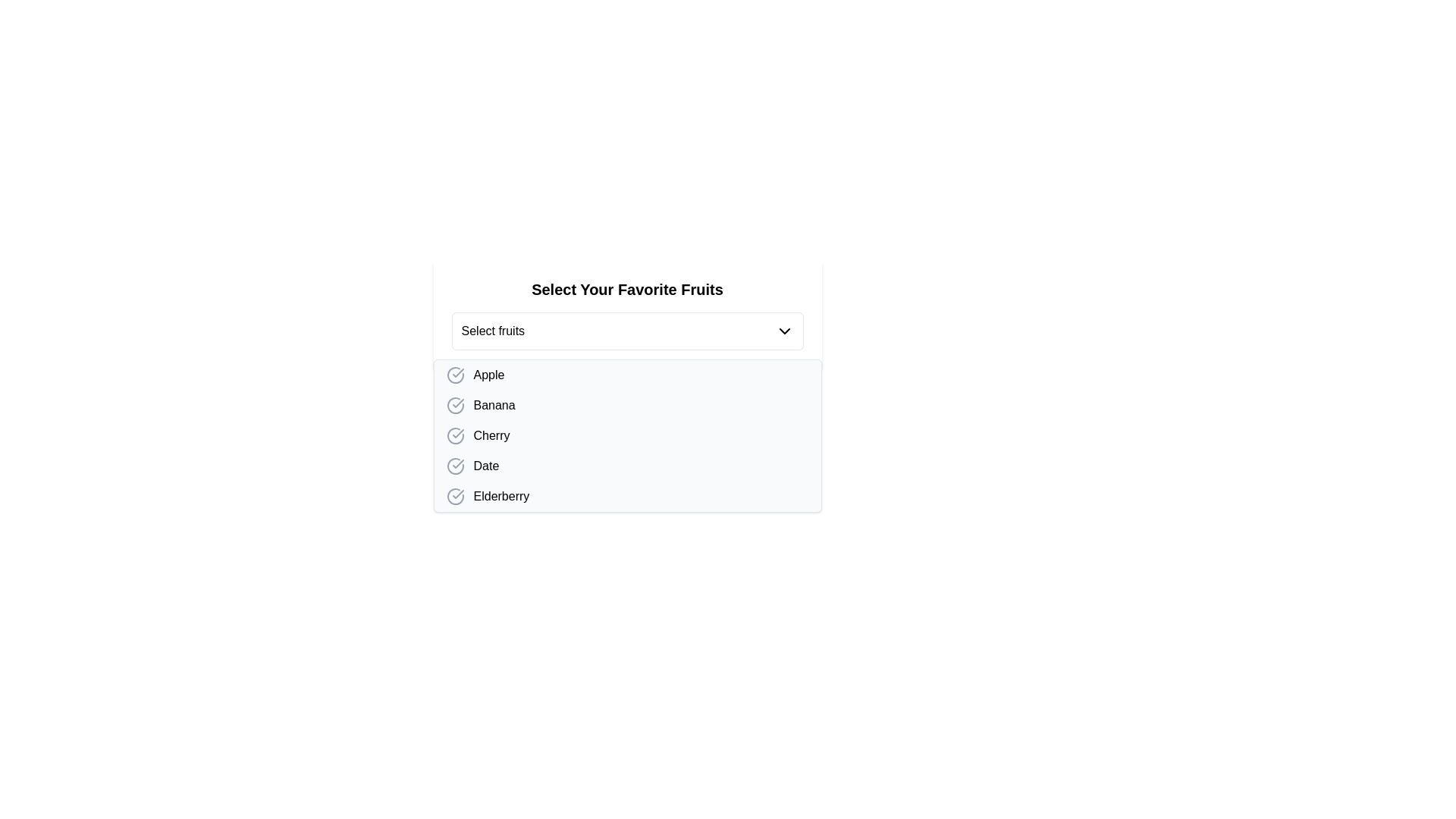 Image resolution: width=1456 pixels, height=819 pixels. What do you see at coordinates (457, 494) in the screenshot?
I see `the checkmark indicator within the circular SVG graphic adjacent to the label 'Date' in the list of fruits` at bounding box center [457, 494].